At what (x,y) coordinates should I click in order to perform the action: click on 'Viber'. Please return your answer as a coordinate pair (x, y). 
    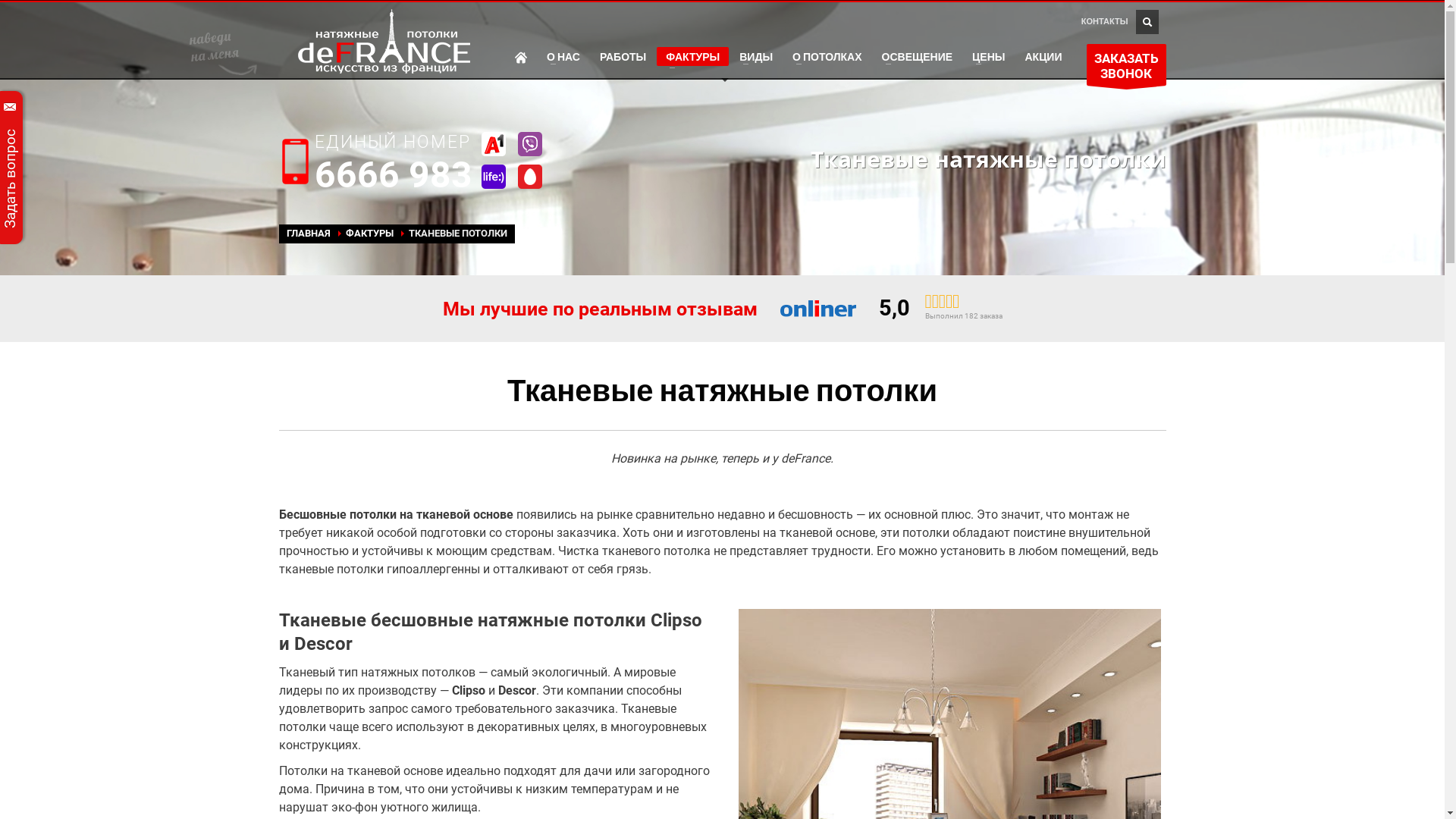
    Looking at the image, I should click on (529, 143).